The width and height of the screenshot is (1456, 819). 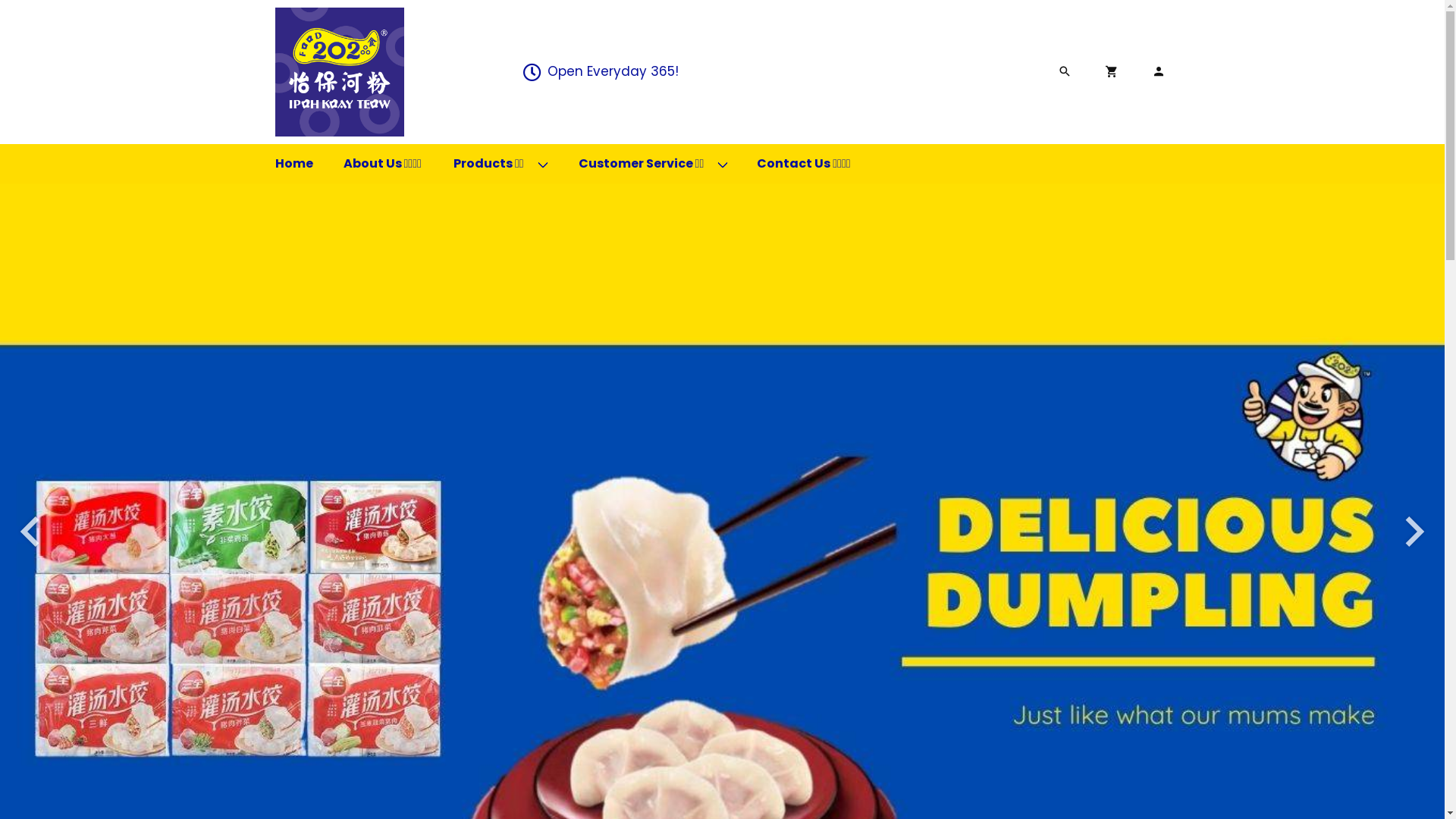 I want to click on 'Next', so click(x=1414, y=531).